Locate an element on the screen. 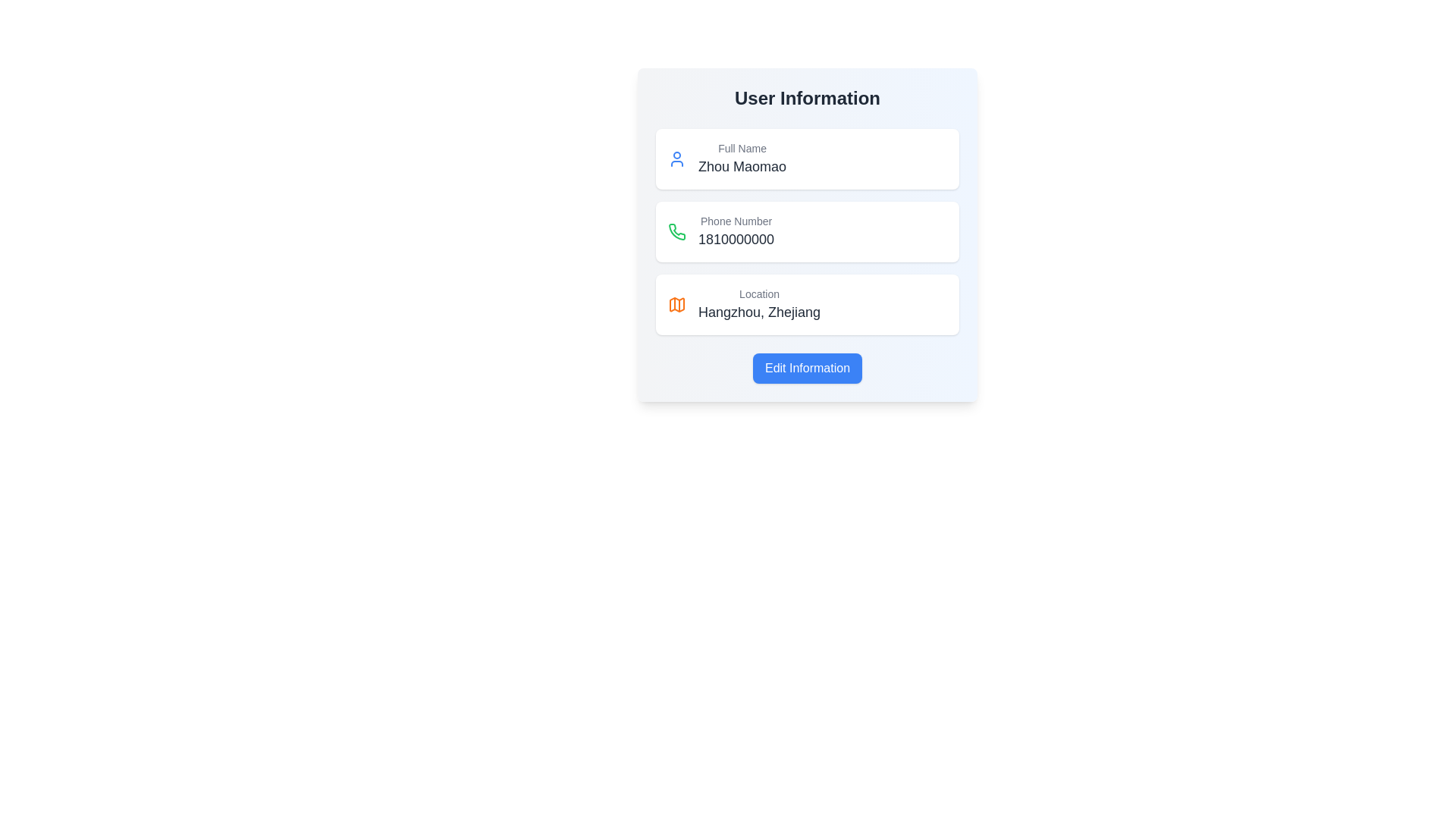 The height and width of the screenshot is (819, 1456). the user profile icon, which is styled in blue and located in the upper left side of the content section under 'User Information', preceding the text 'Full Name Zhou Maomao' is located at coordinates (676, 158).